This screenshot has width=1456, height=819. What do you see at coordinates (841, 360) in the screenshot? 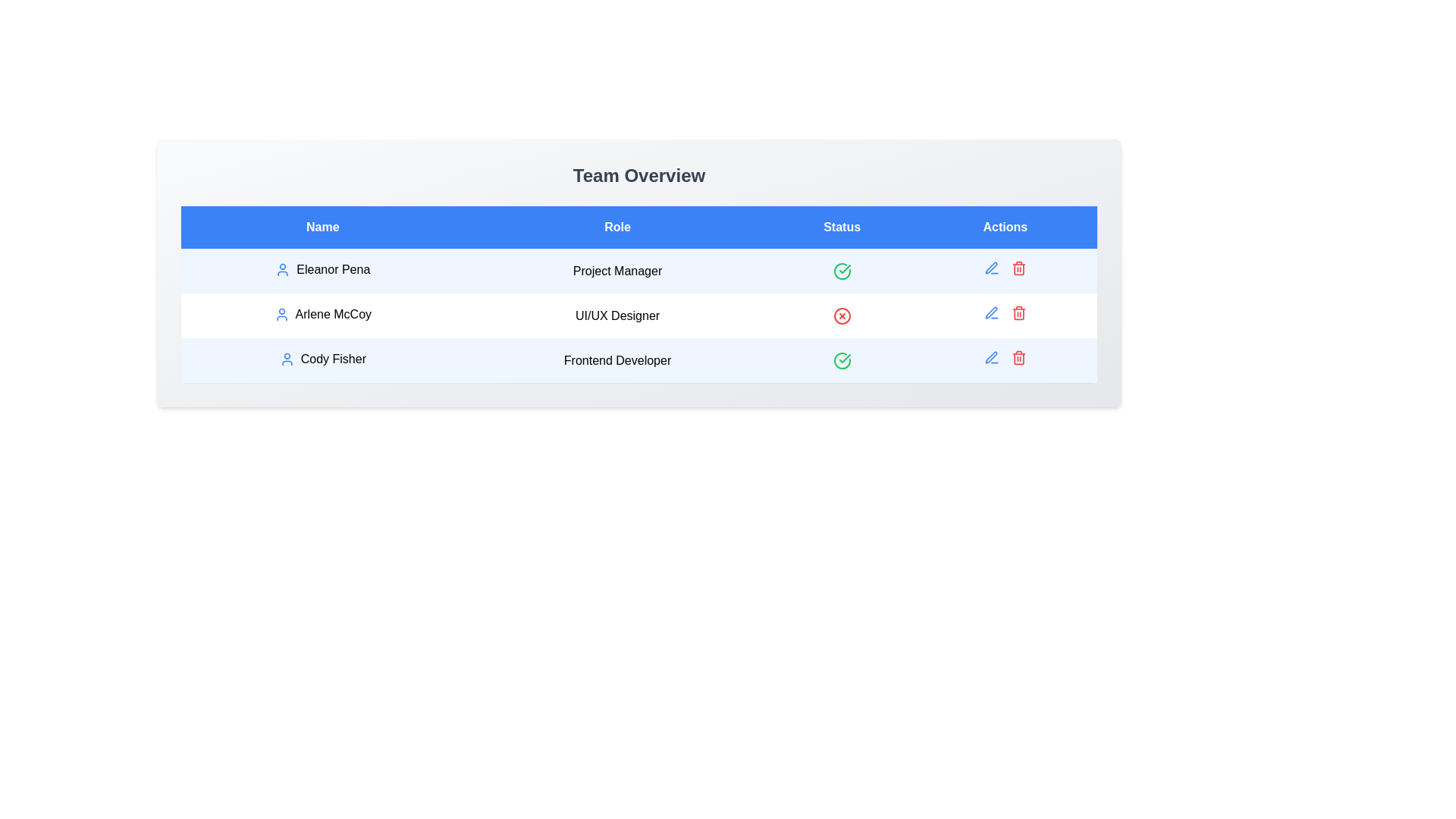
I see `the circular green icon with a checkmark inside, which is the third status indicator under the 'Status' column for the row labeled 'Cody Fisher - Frontend Developer'` at bounding box center [841, 360].